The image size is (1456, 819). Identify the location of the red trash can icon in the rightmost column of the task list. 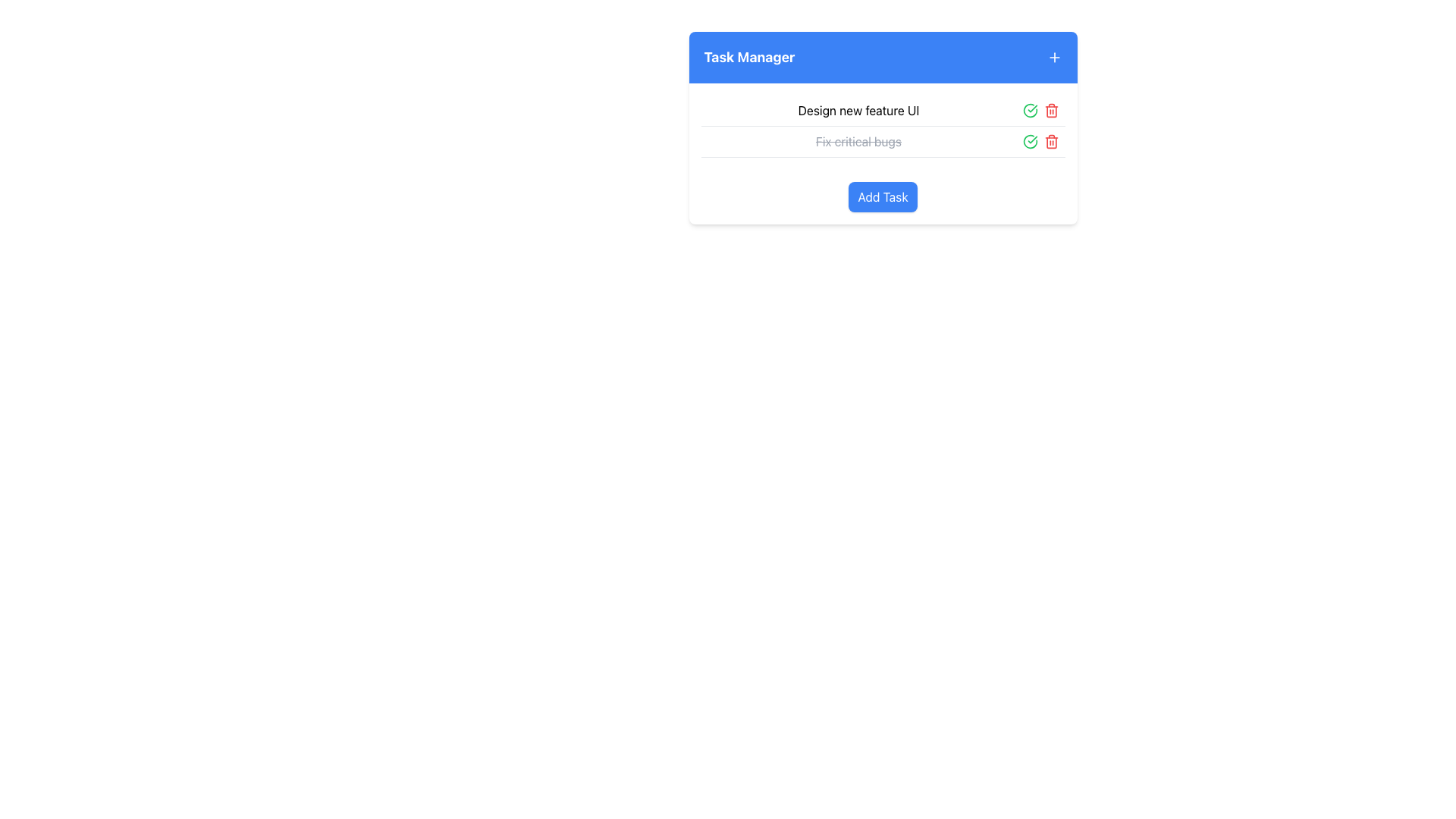
(1050, 110).